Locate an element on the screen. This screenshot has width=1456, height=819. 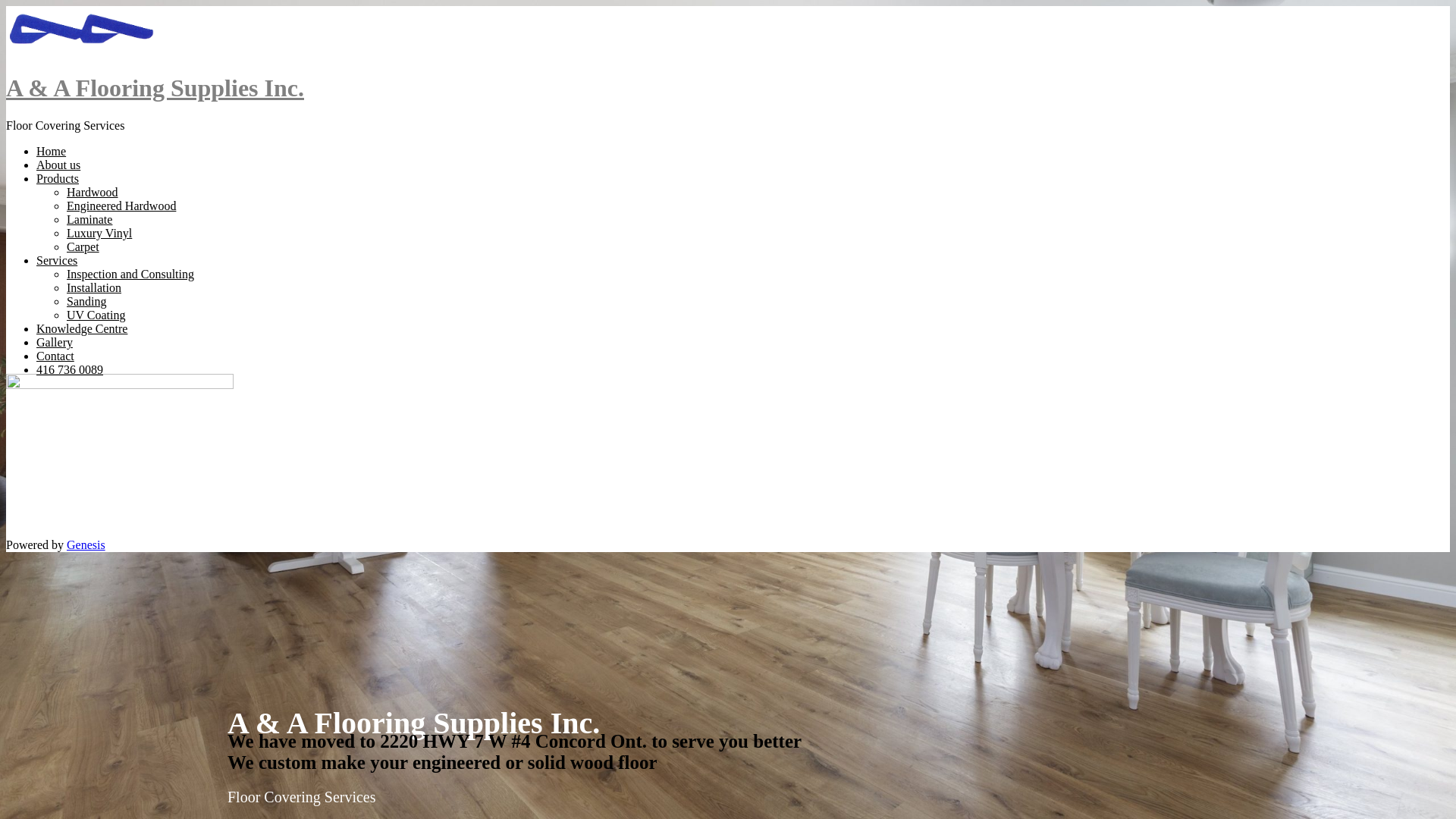
'Gallery' is located at coordinates (36, 342).